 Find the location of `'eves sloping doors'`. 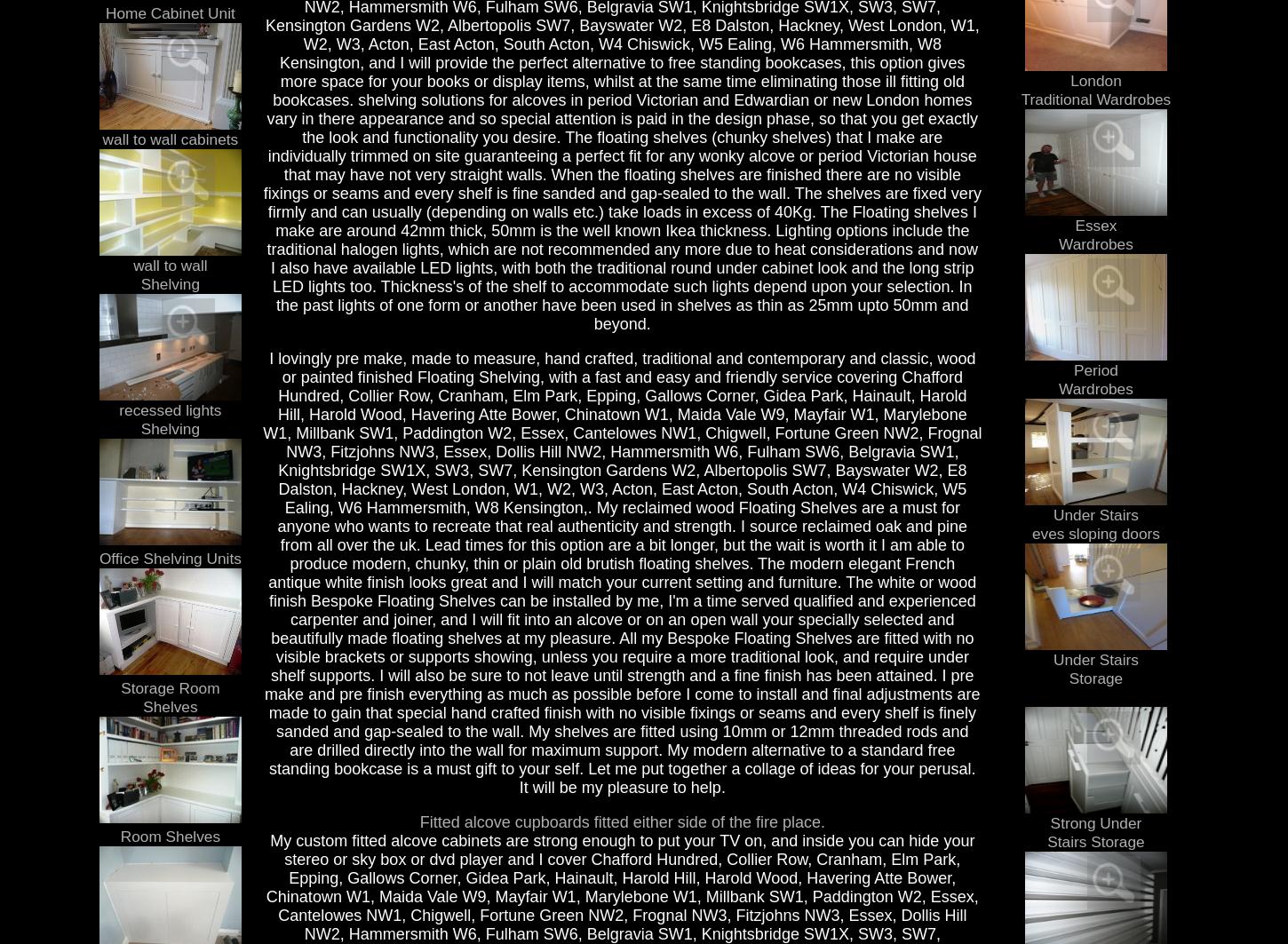

'eves sloping doors' is located at coordinates (1094, 531).